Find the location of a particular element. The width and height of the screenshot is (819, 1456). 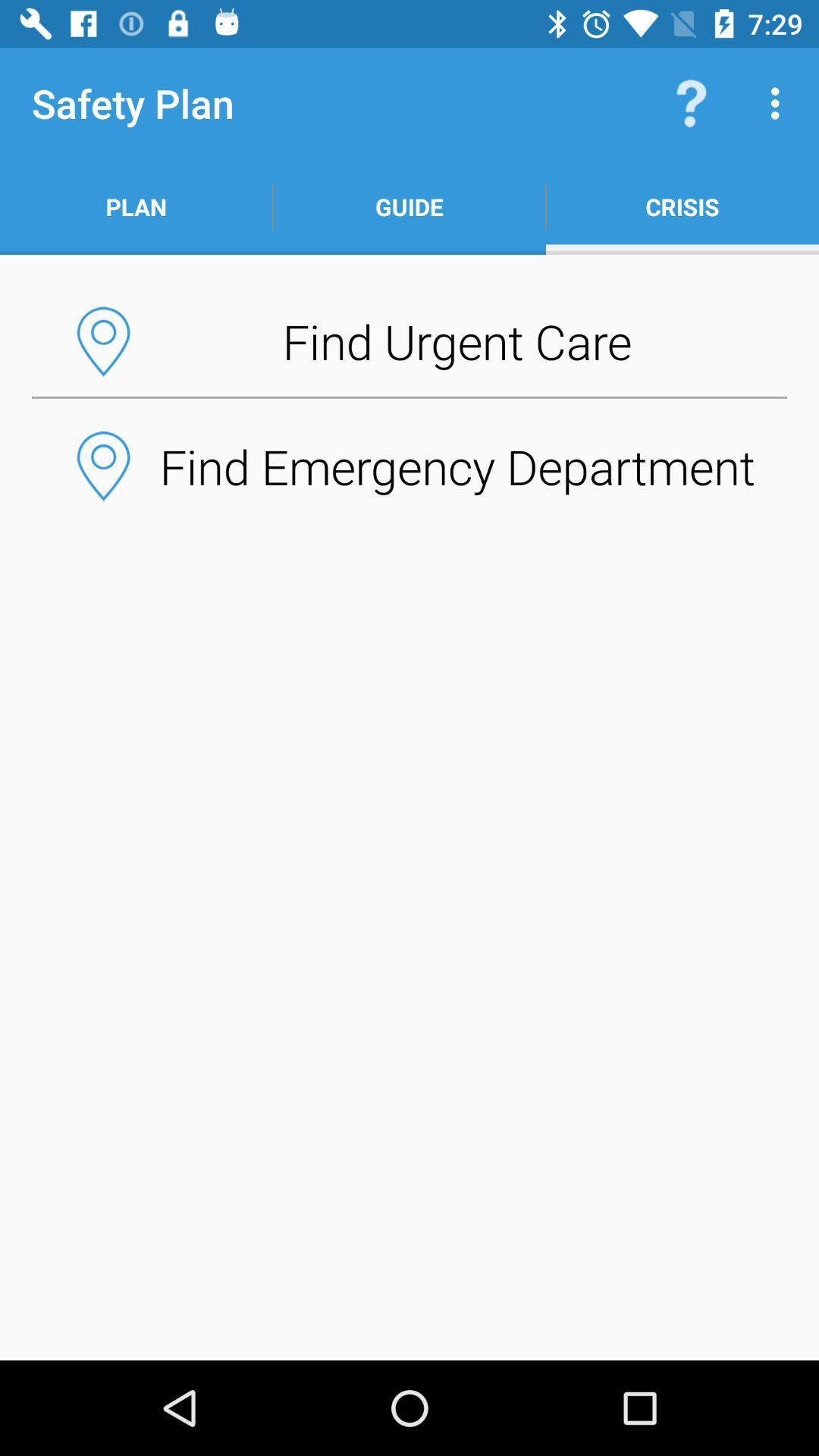

crisis icon is located at coordinates (681, 206).